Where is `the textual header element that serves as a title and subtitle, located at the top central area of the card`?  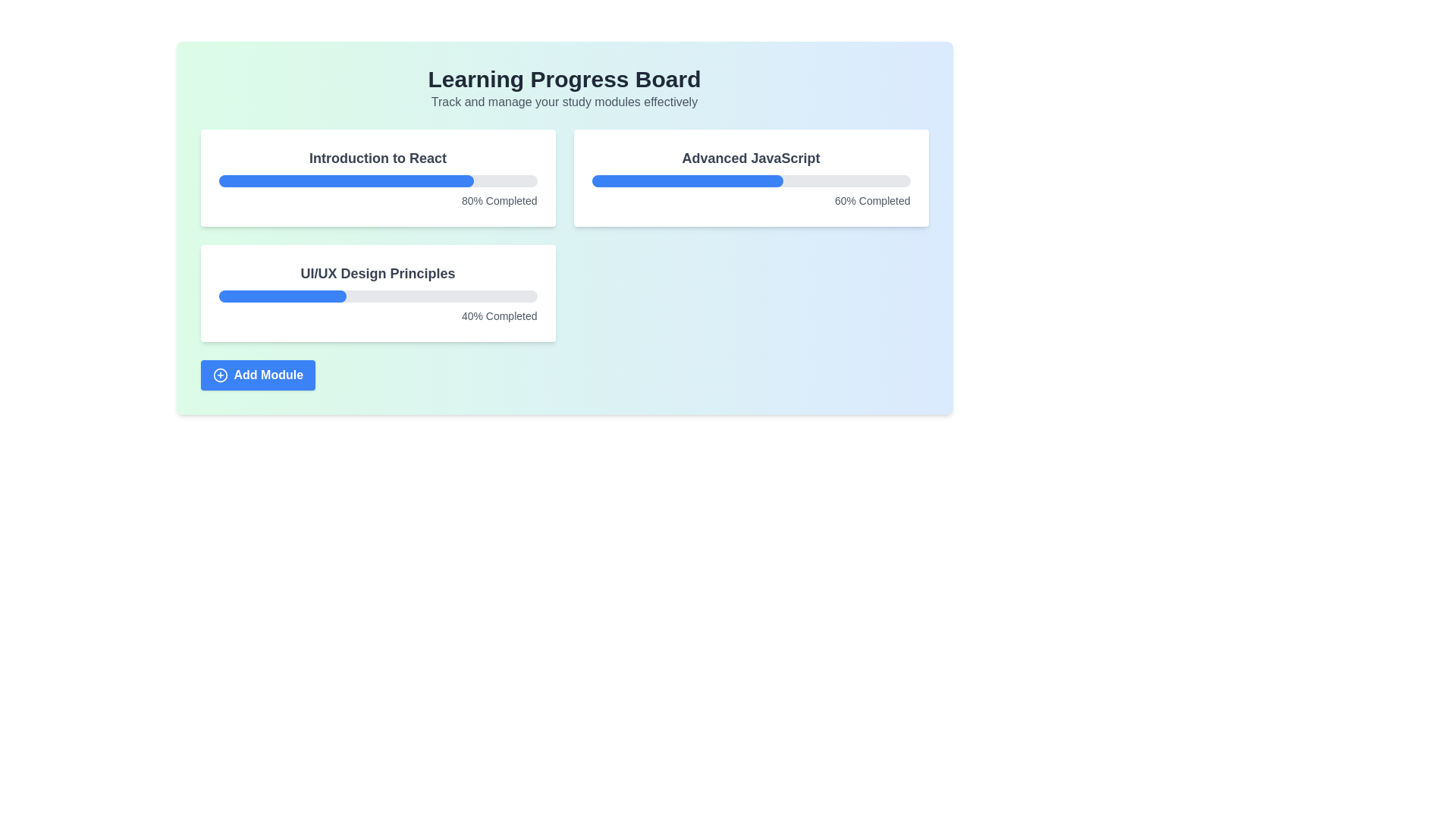
the textual header element that serves as a title and subtitle, located at the top central area of the card is located at coordinates (563, 88).